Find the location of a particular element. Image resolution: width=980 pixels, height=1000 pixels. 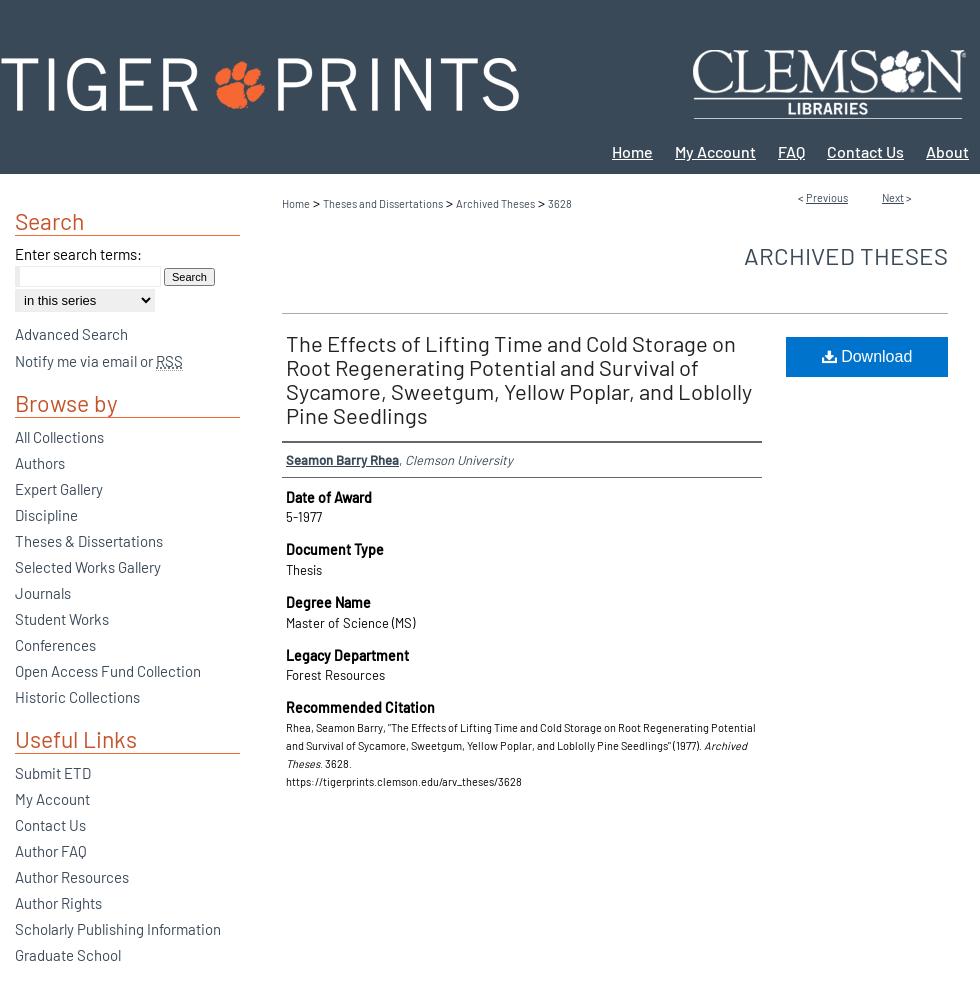

'Journals' is located at coordinates (43, 592).